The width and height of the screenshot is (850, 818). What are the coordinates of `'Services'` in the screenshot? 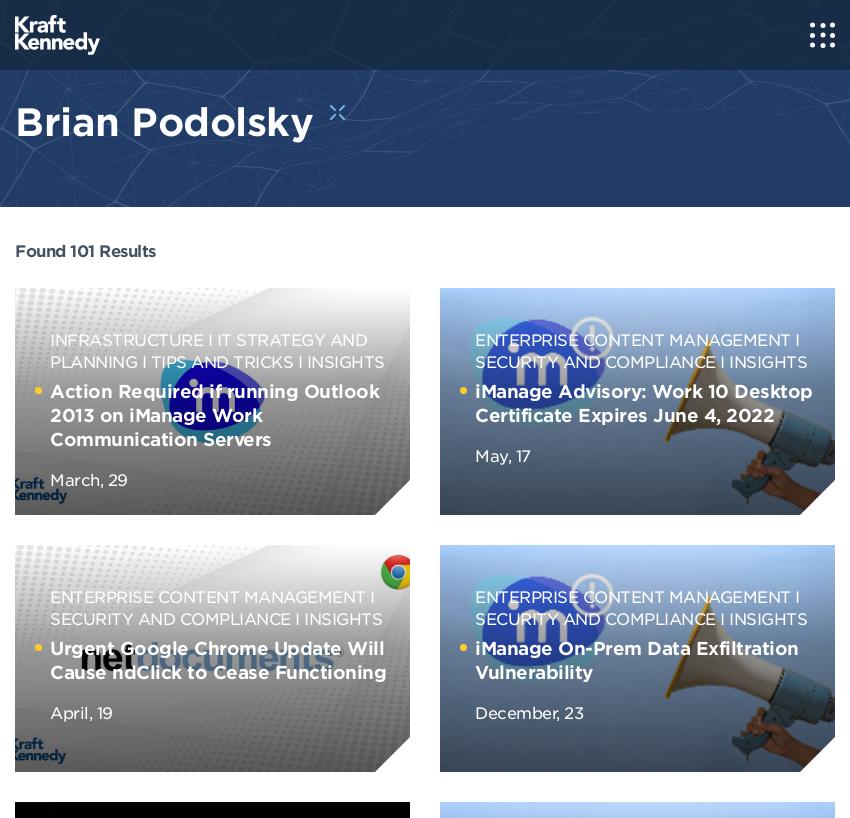 It's located at (48, 163).